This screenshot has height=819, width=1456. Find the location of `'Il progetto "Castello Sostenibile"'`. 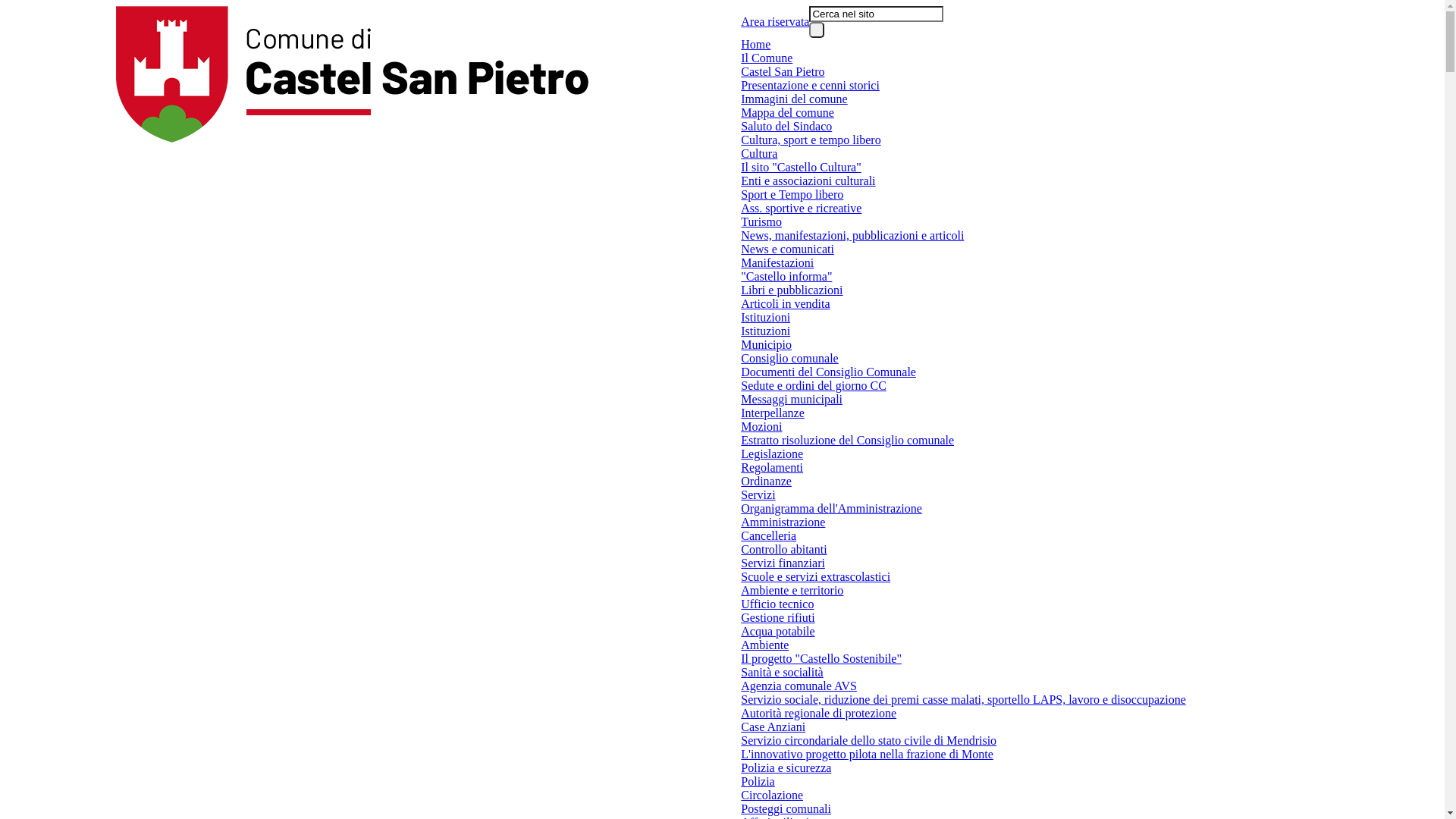

'Il progetto "Castello Sostenibile"' is located at coordinates (741, 657).